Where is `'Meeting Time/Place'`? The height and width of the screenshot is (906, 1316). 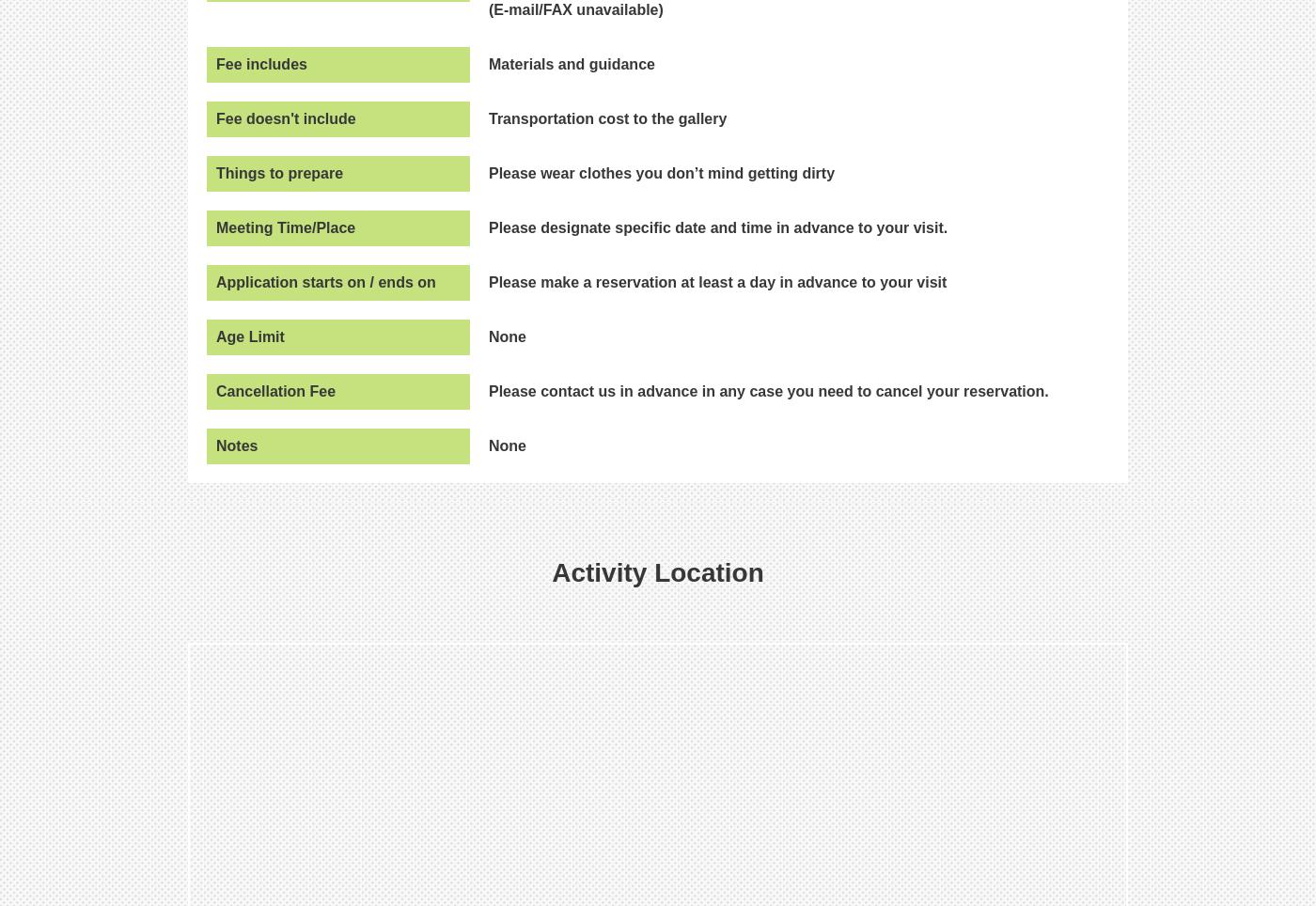 'Meeting Time/Place' is located at coordinates (285, 226).